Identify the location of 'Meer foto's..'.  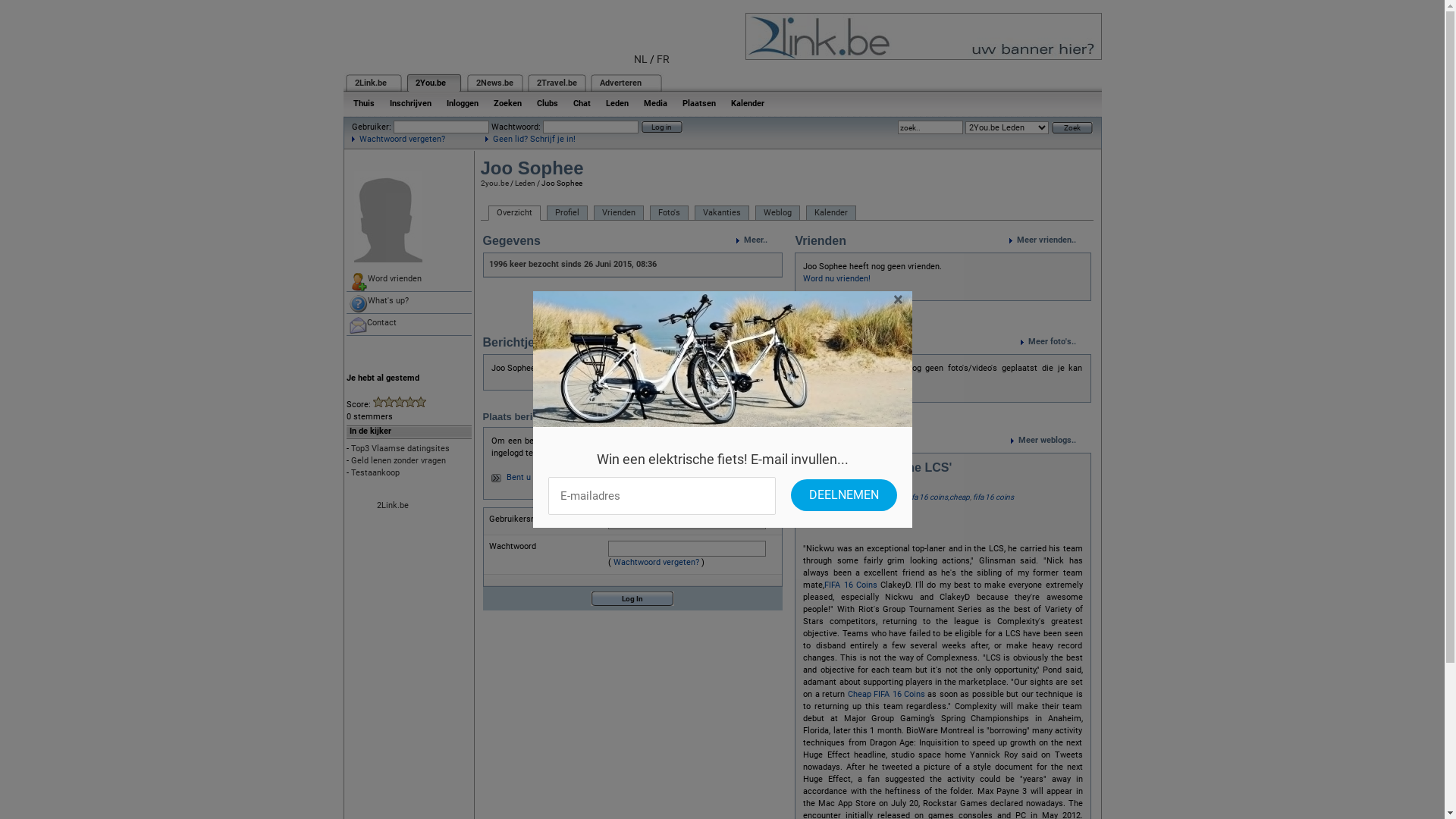
(1055, 342).